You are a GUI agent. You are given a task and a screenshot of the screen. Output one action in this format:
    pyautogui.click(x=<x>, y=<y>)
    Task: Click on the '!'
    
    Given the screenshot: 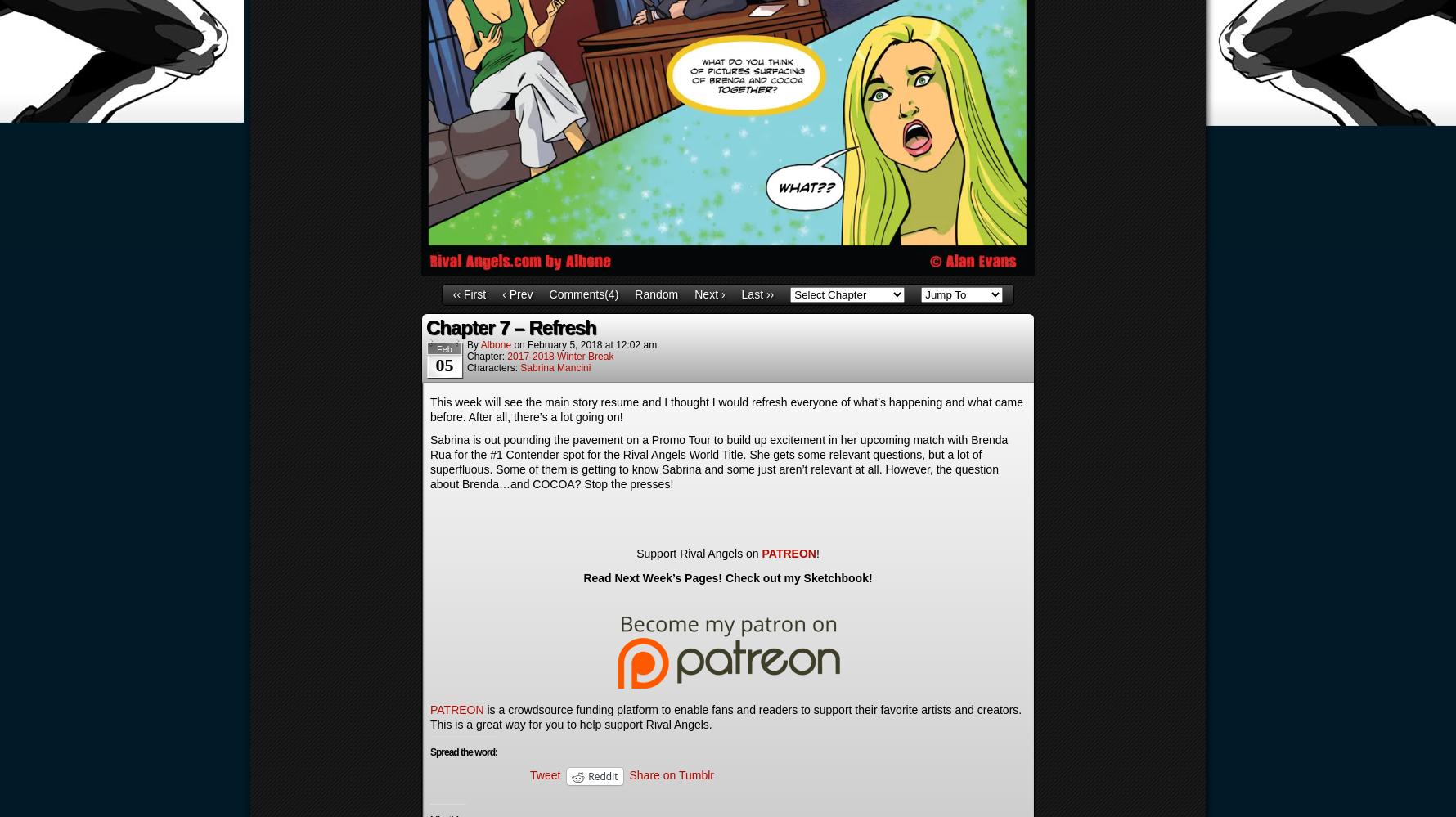 What is the action you would take?
    pyautogui.click(x=814, y=553)
    